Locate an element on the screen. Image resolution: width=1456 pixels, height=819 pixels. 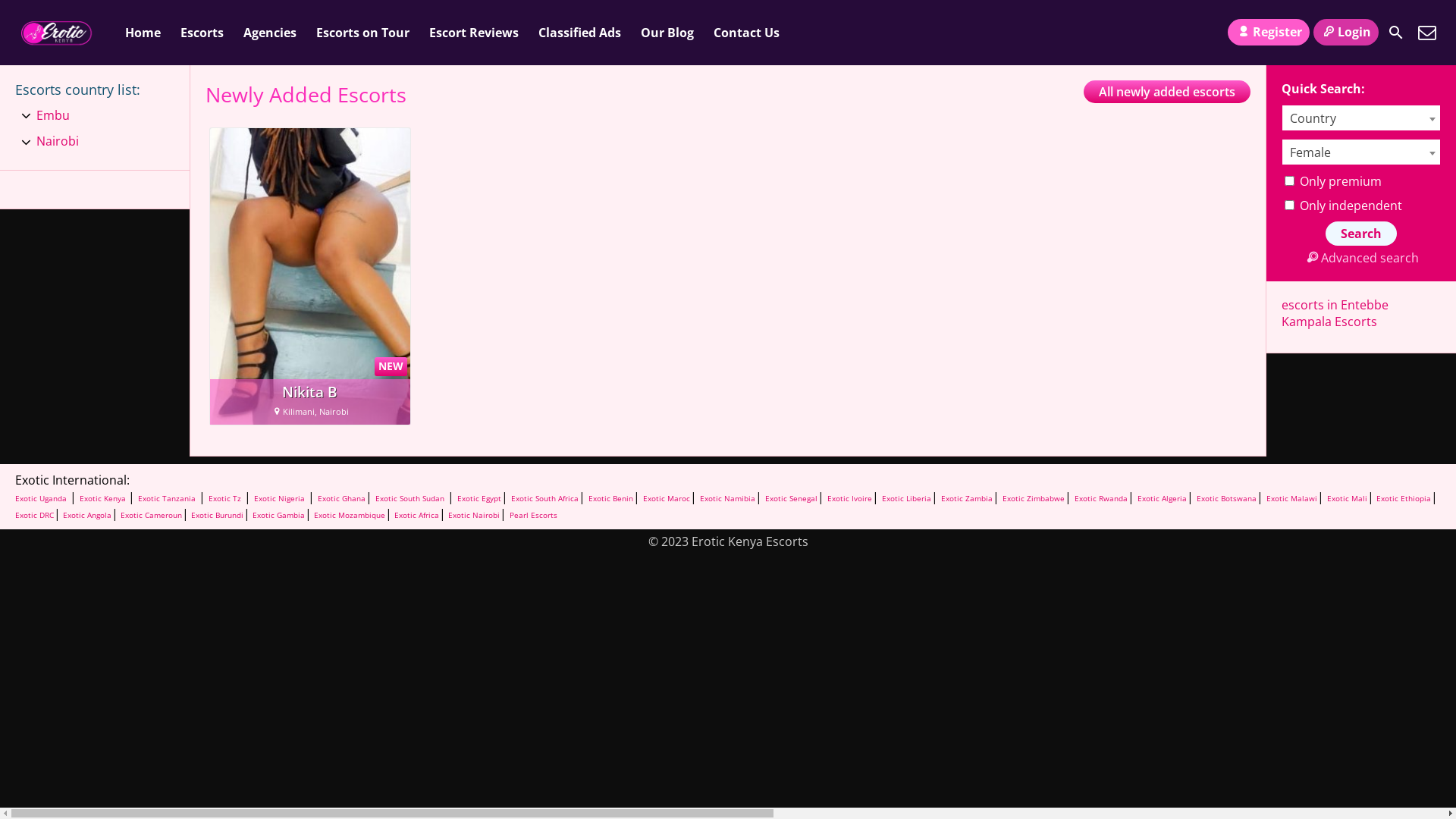
'Exotic Zimbabwe' is located at coordinates (1033, 497).